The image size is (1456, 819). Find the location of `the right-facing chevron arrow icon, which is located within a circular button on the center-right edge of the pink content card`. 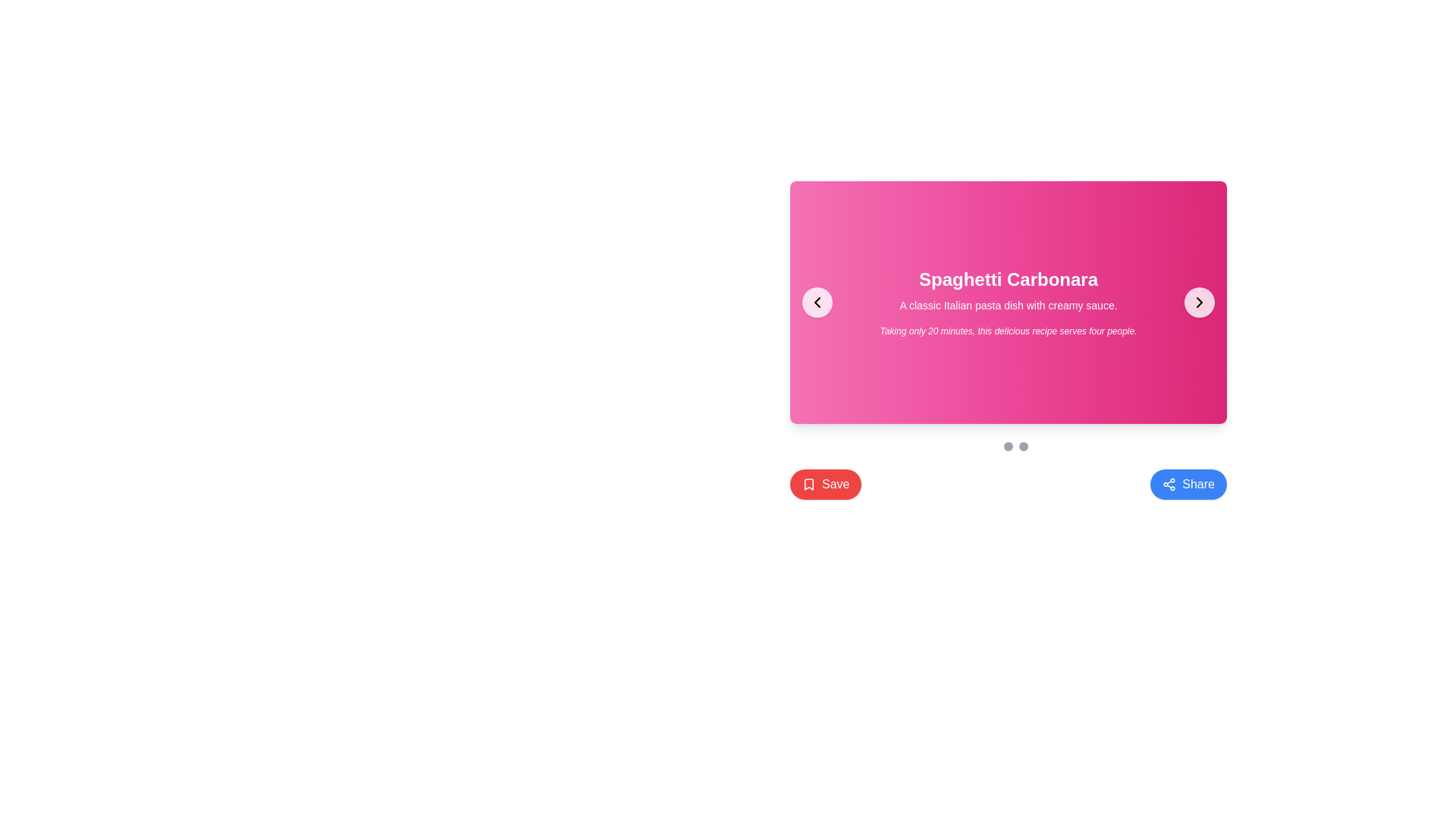

the right-facing chevron arrow icon, which is located within a circular button on the center-right edge of the pink content card is located at coordinates (1199, 302).